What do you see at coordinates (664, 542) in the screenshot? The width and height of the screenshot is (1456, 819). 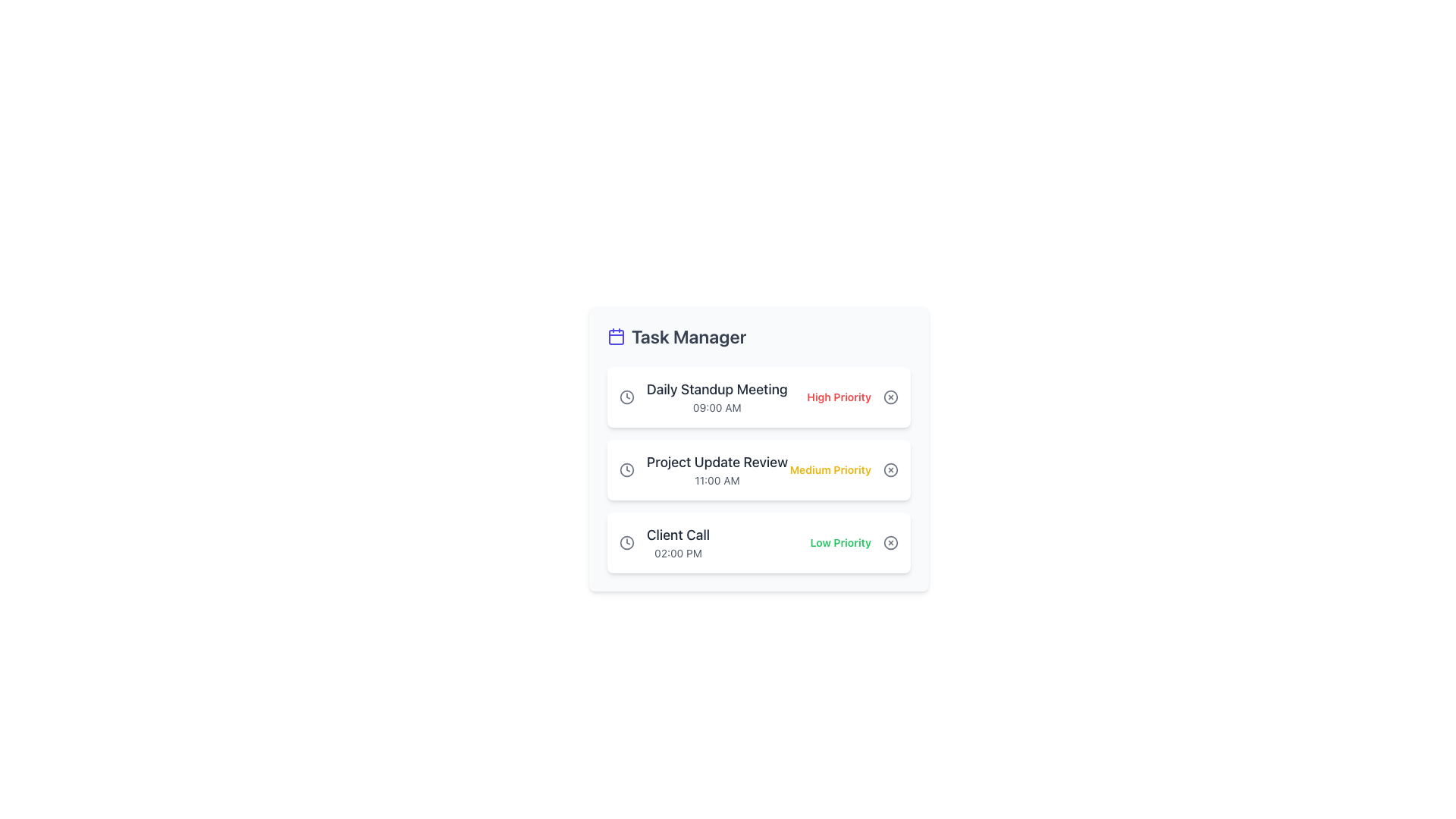 I see `the task information element displaying the clock icon, titled 'Client Call', with the time label '02:00 PM', located in the third task card of the Task Manager` at bounding box center [664, 542].